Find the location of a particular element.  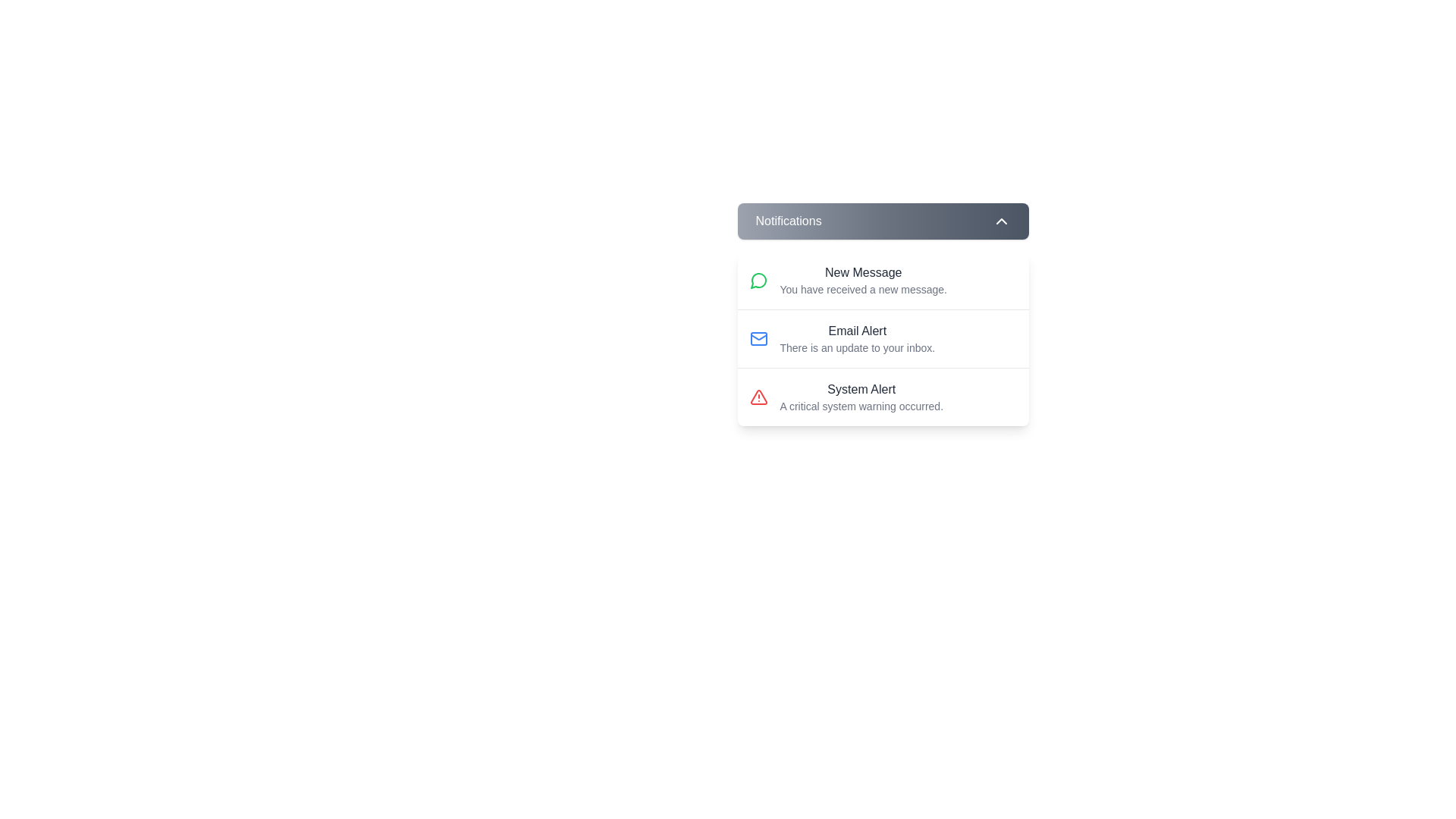

the text label displaying the message 'You have received a new message.' which is located below the title 'New Message' in the notification card is located at coordinates (863, 289).